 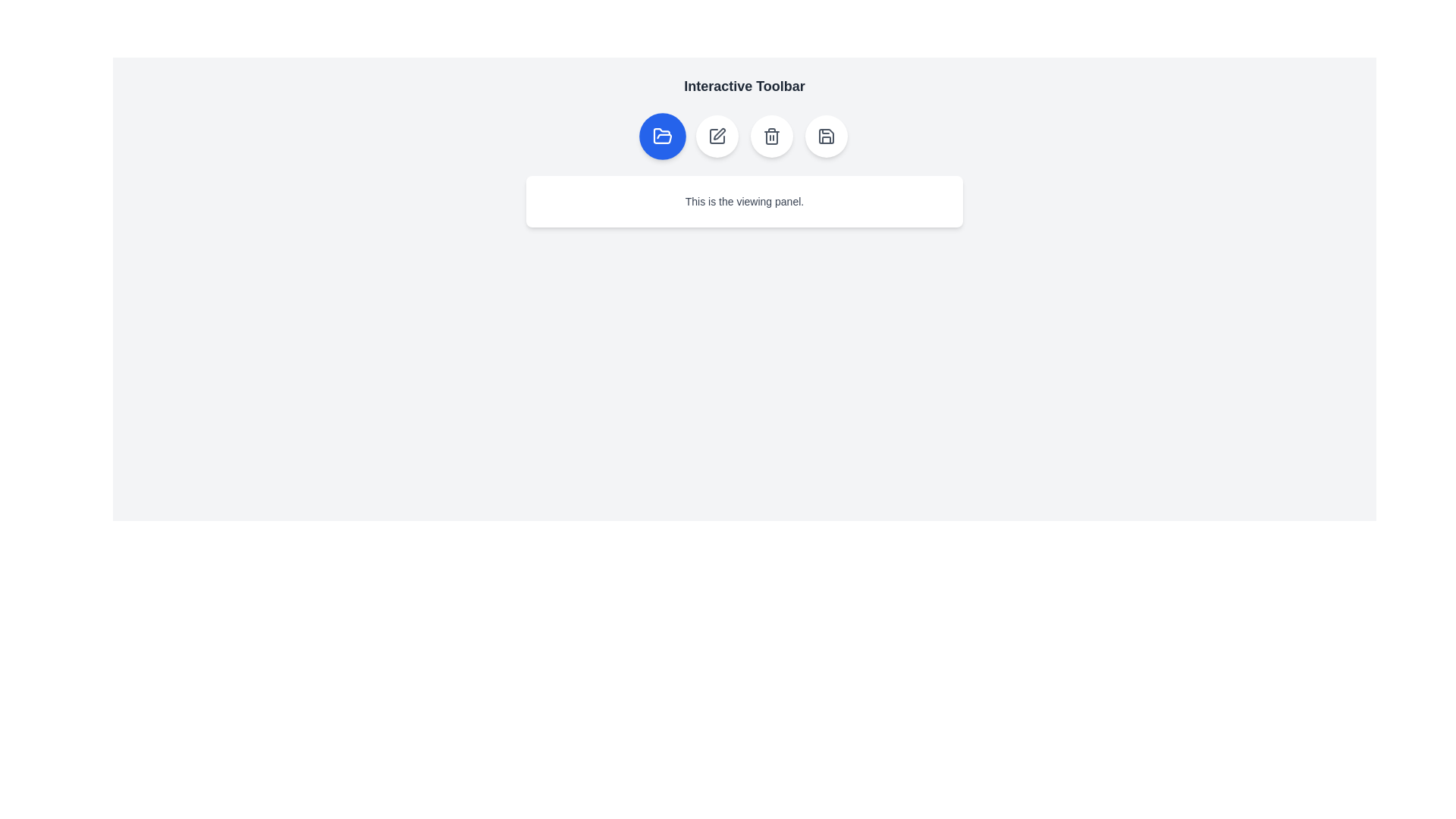 What do you see at coordinates (825, 136) in the screenshot?
I see `the save icon, which is a vector graphic resembling a diskette and located at the right-most end of the toolbar, slightly above the text 'This is the viewing panel.'` at bounding box center [825, 136].